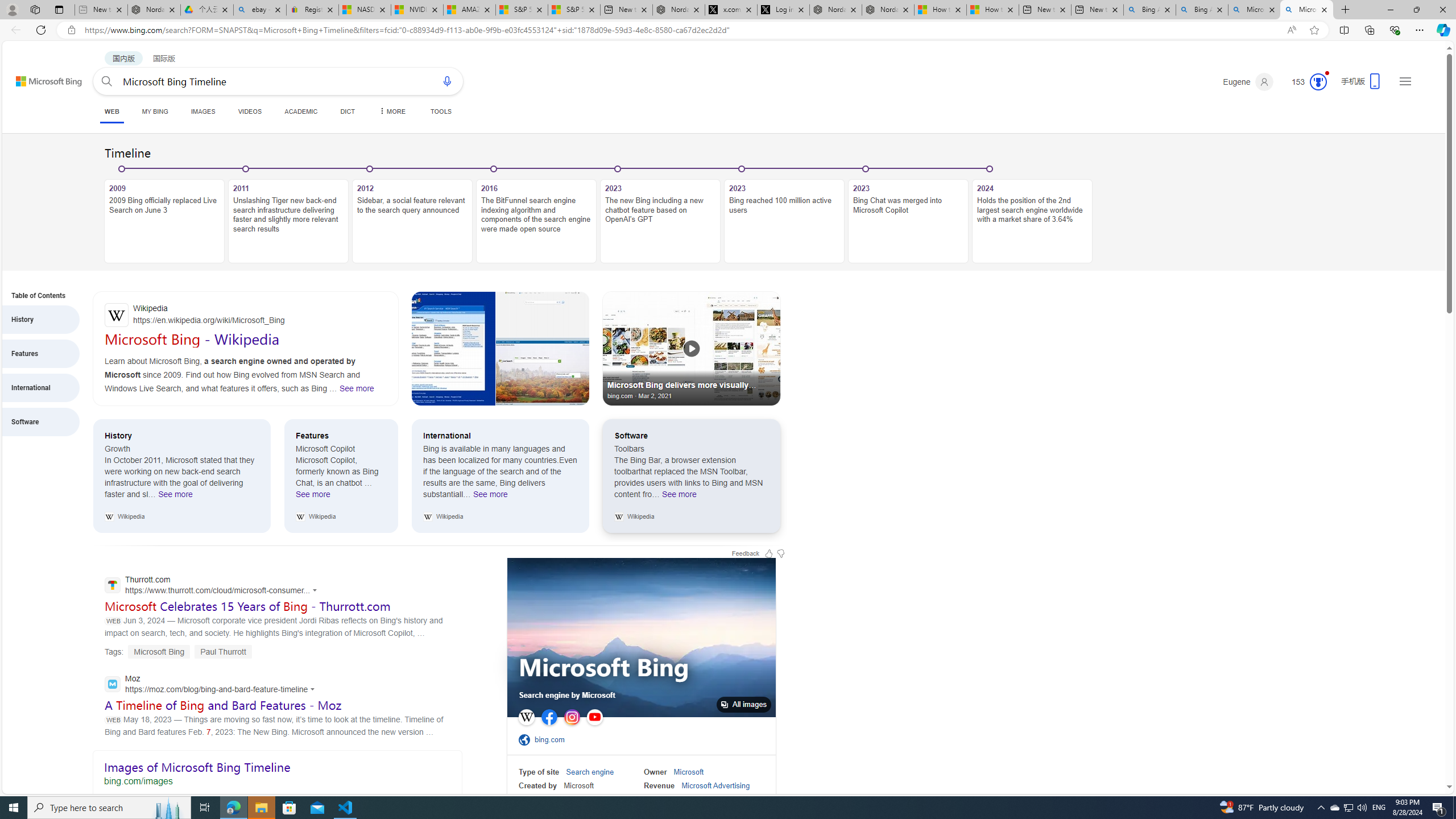 Image resolution: width=1456 pixels, height=819 pixels. I want to click on 'MY BING', so click(155, 111).